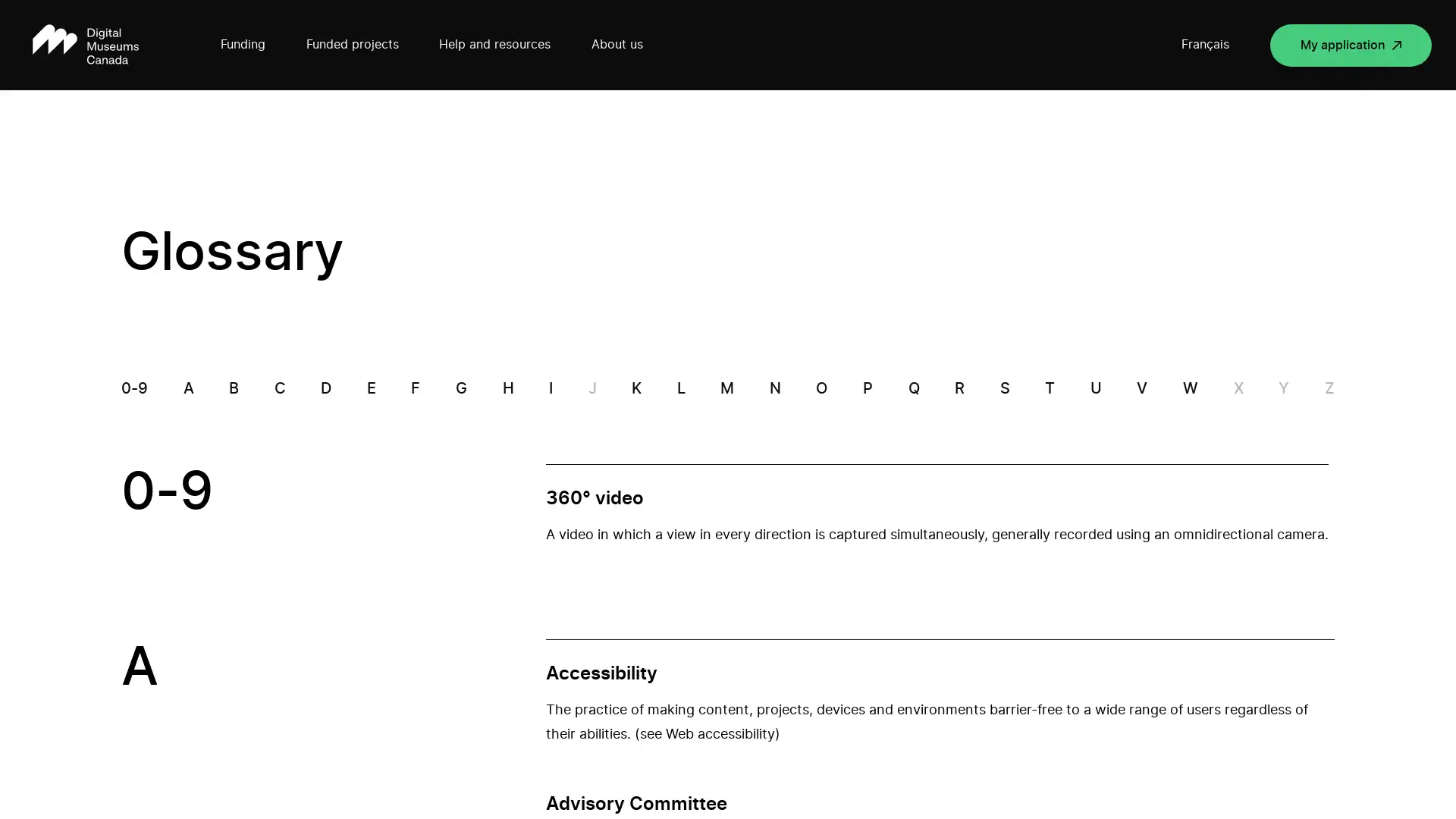 Image resolution: width=1456 pixels, height=819 pixels. What do you see at coordinates (415, 388) in the screenshot?
I see `F` at bounding box center [415, 388].